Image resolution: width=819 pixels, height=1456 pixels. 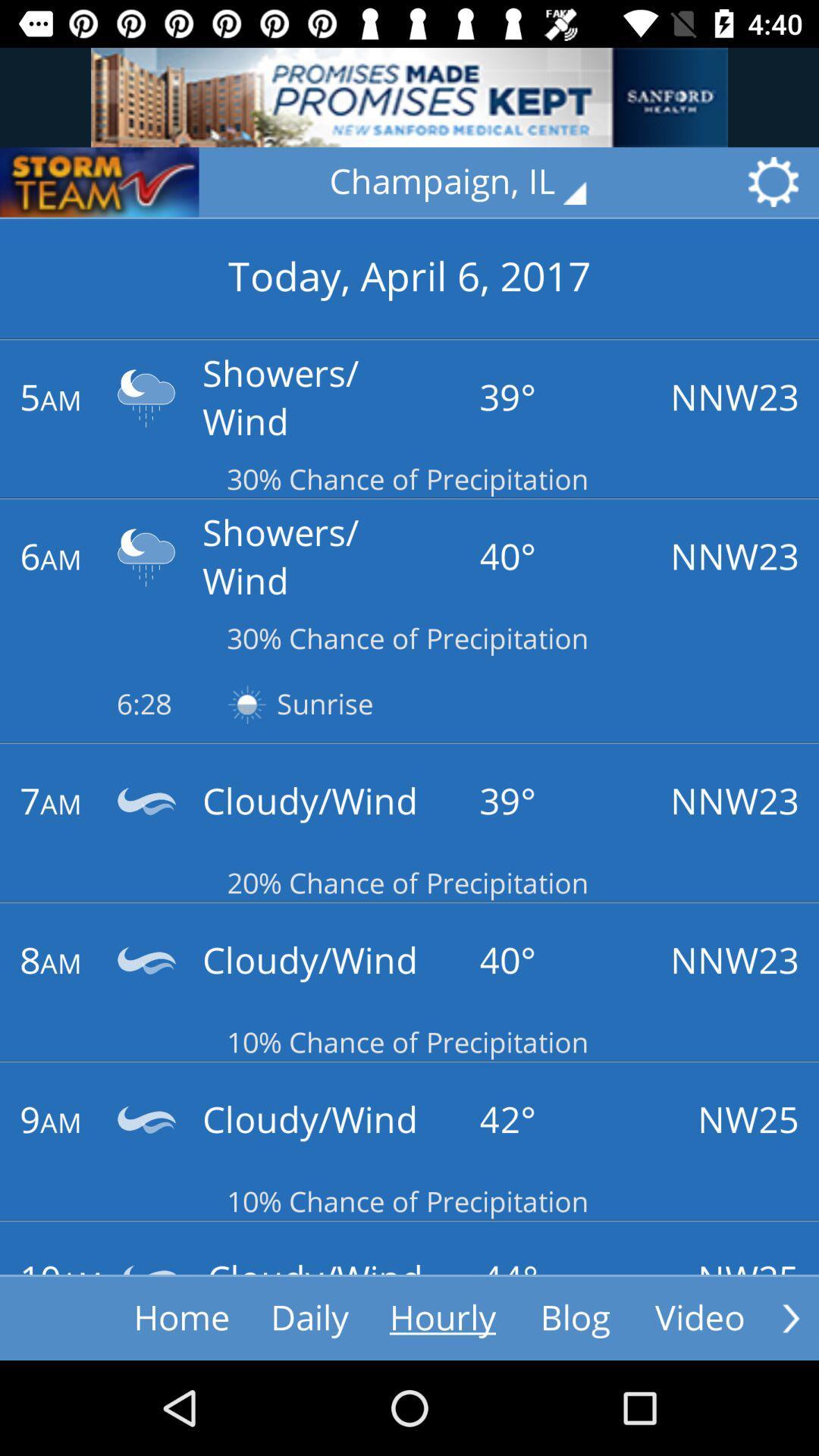 I want to click on logo, so click(x=99, y=182).